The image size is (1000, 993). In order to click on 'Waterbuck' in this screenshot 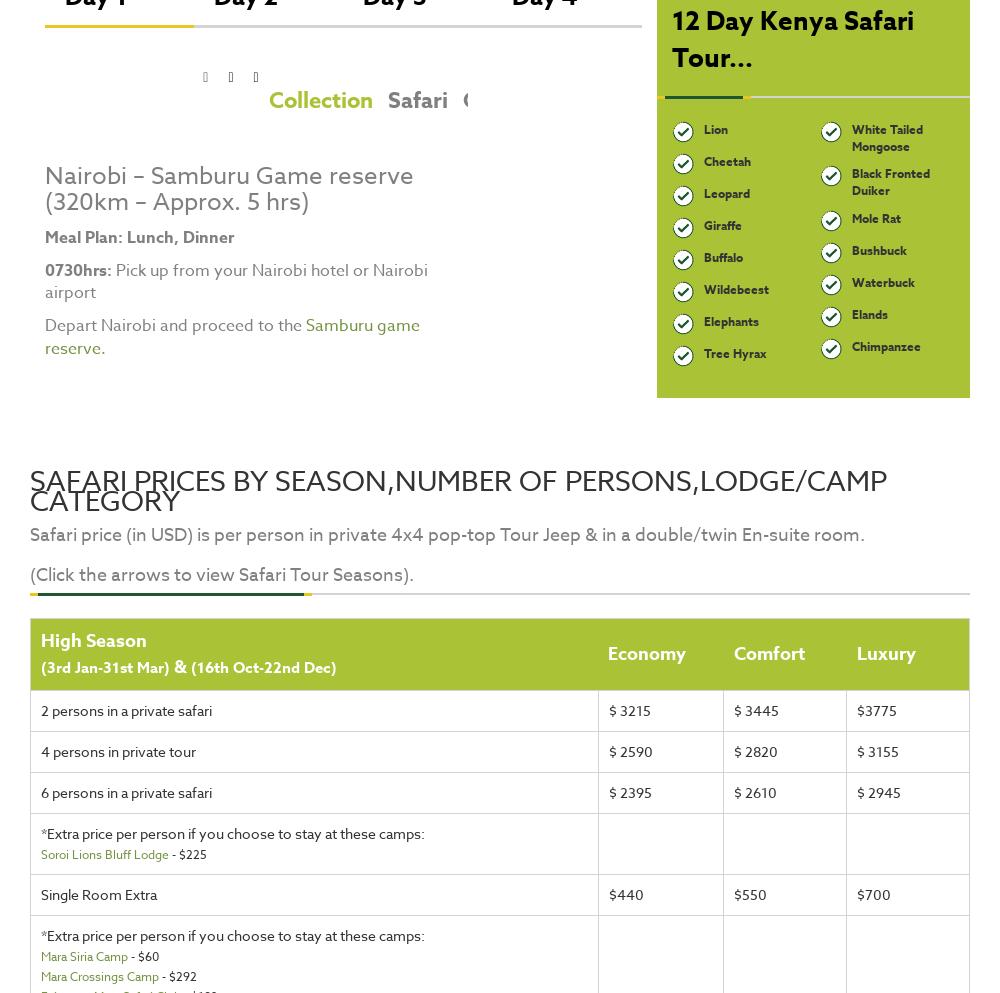, I will do `click(883, 281)`.